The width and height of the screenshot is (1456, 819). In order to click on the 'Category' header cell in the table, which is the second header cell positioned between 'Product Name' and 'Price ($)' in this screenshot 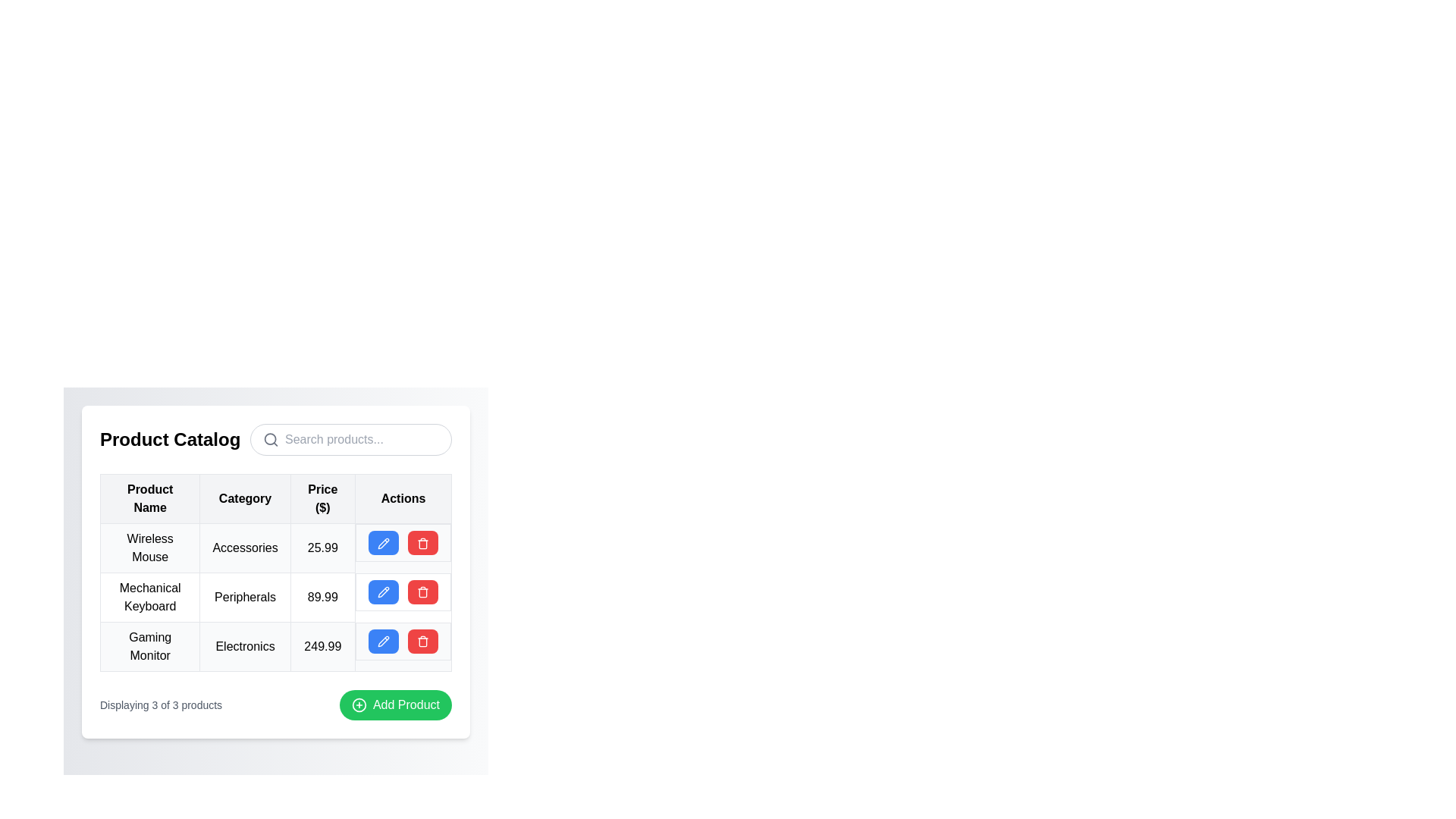, I will do `click(245, 499)`.